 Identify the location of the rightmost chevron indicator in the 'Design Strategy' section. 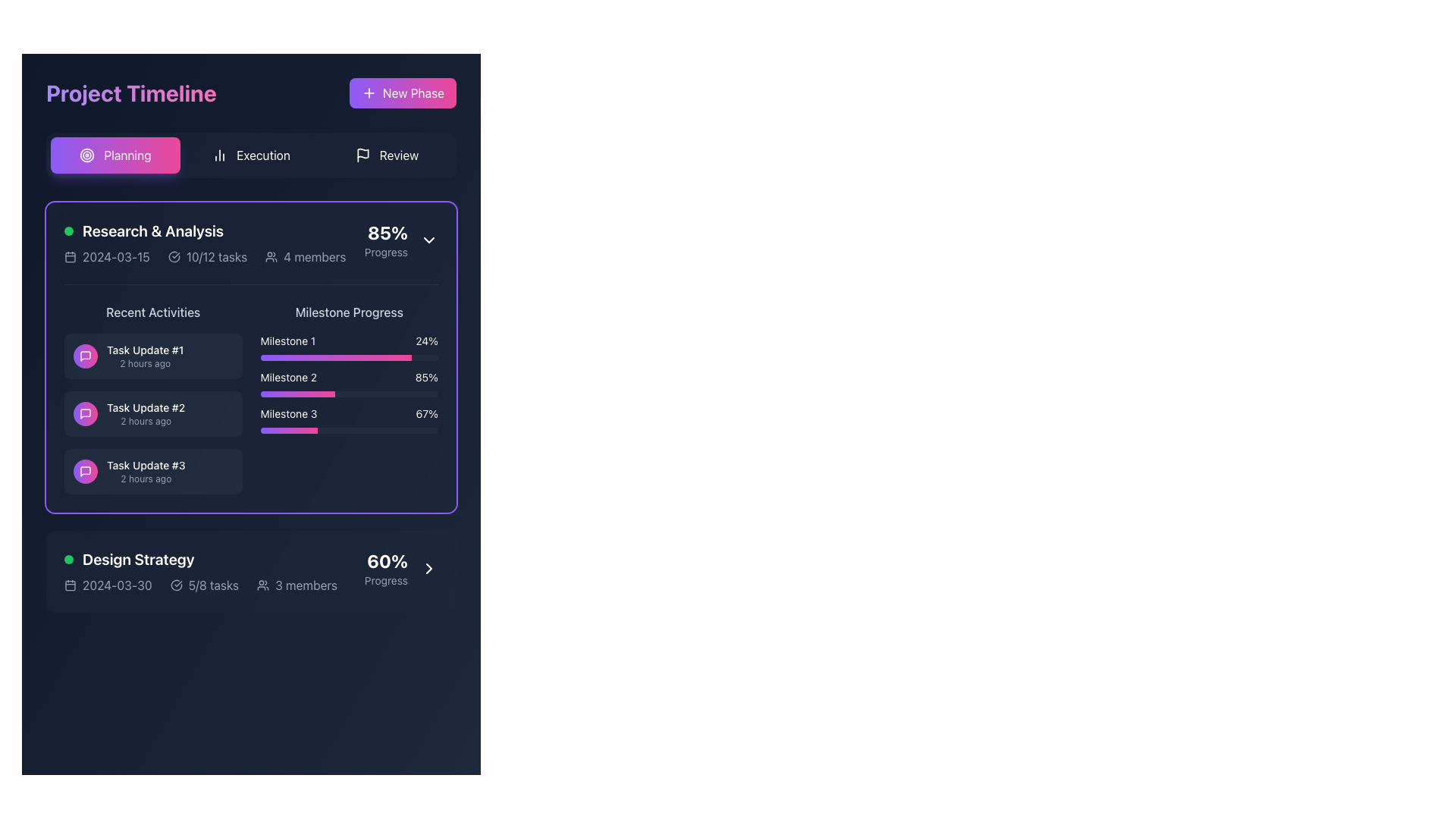
(428, 568).